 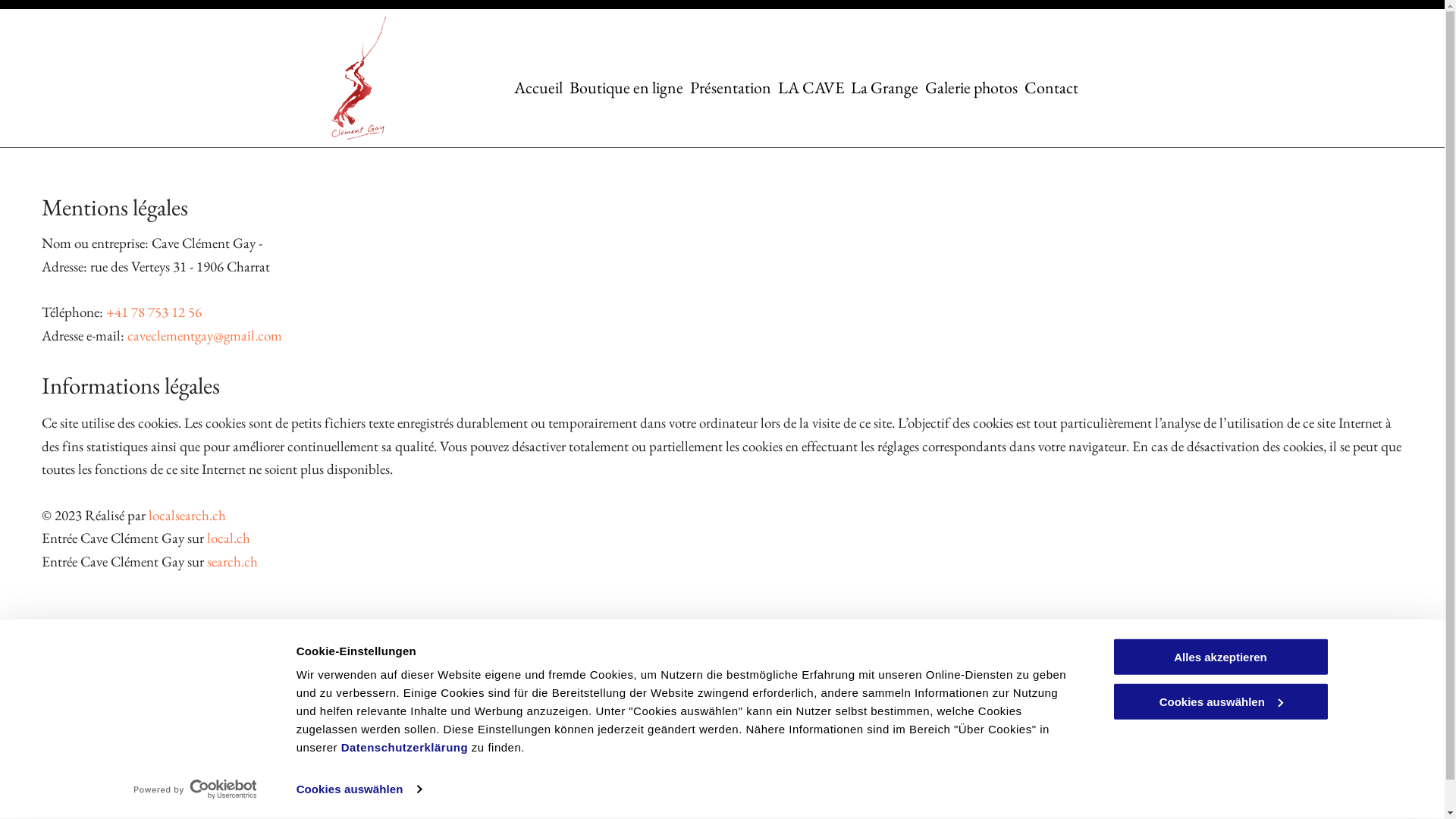 I want to click on 'caveclementgay@gmail.com', so click(x=575, y=723).